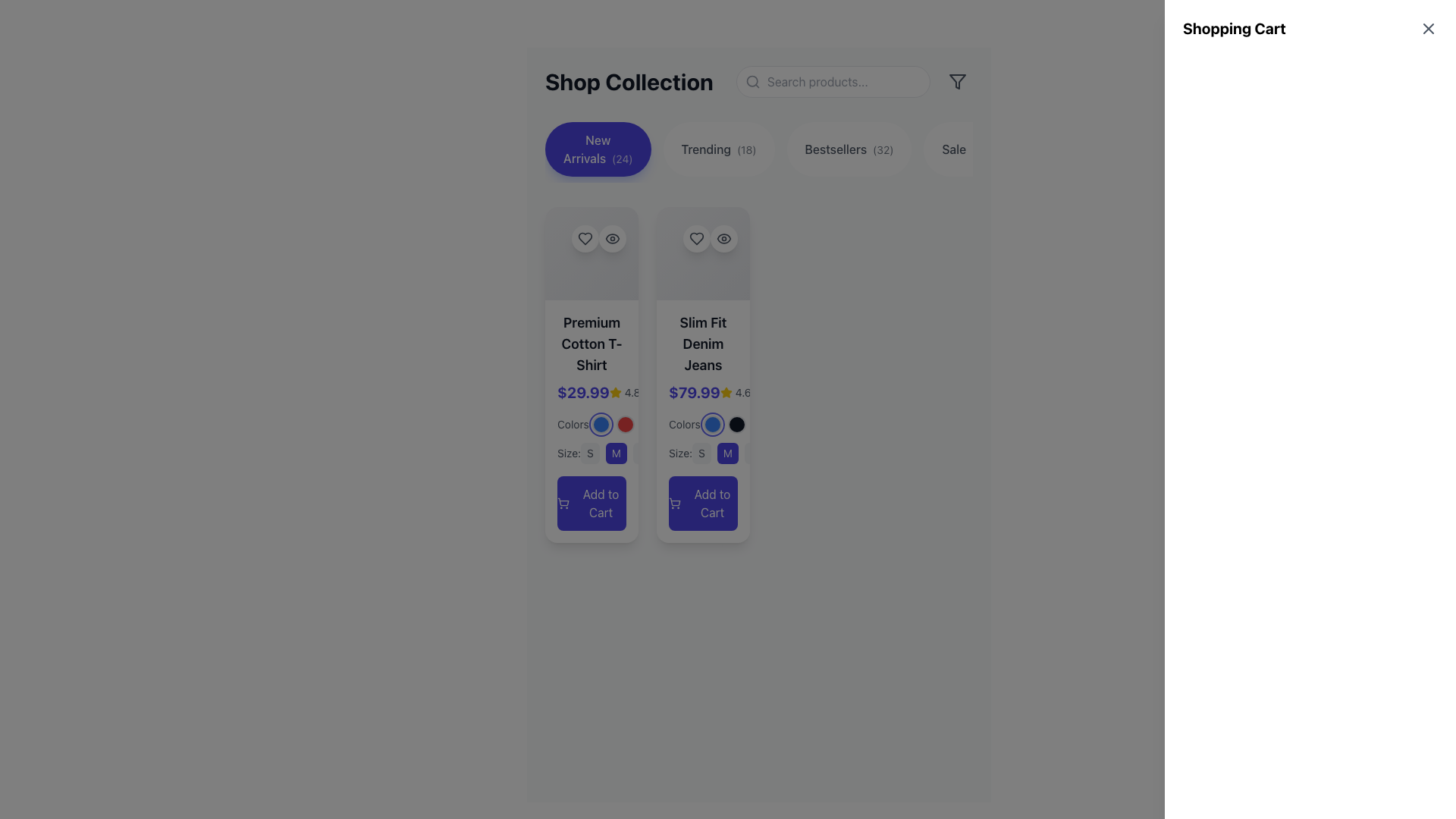 This screenshot has width=1456, height=819. What do you see at coordinates (848, 149) in the screenshot?
I see `the 'Bestsellers(32)' button, which is a rounded rectangular button with a white background and gray text, to trigger a transition effect` at bounding box center [848, 149].